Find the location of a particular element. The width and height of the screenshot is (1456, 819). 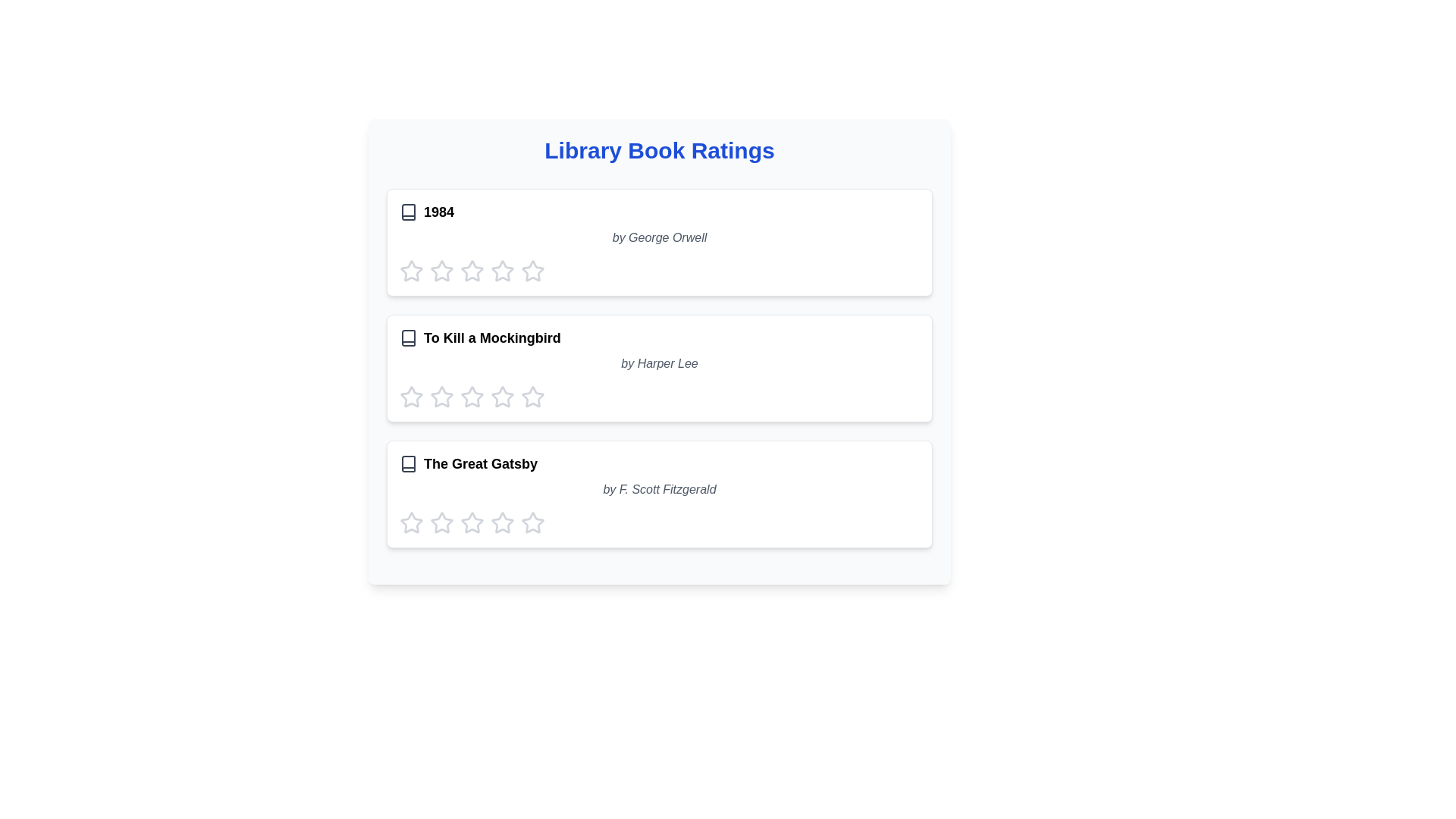

the second gray star icon is located at coordinates (471, 270).